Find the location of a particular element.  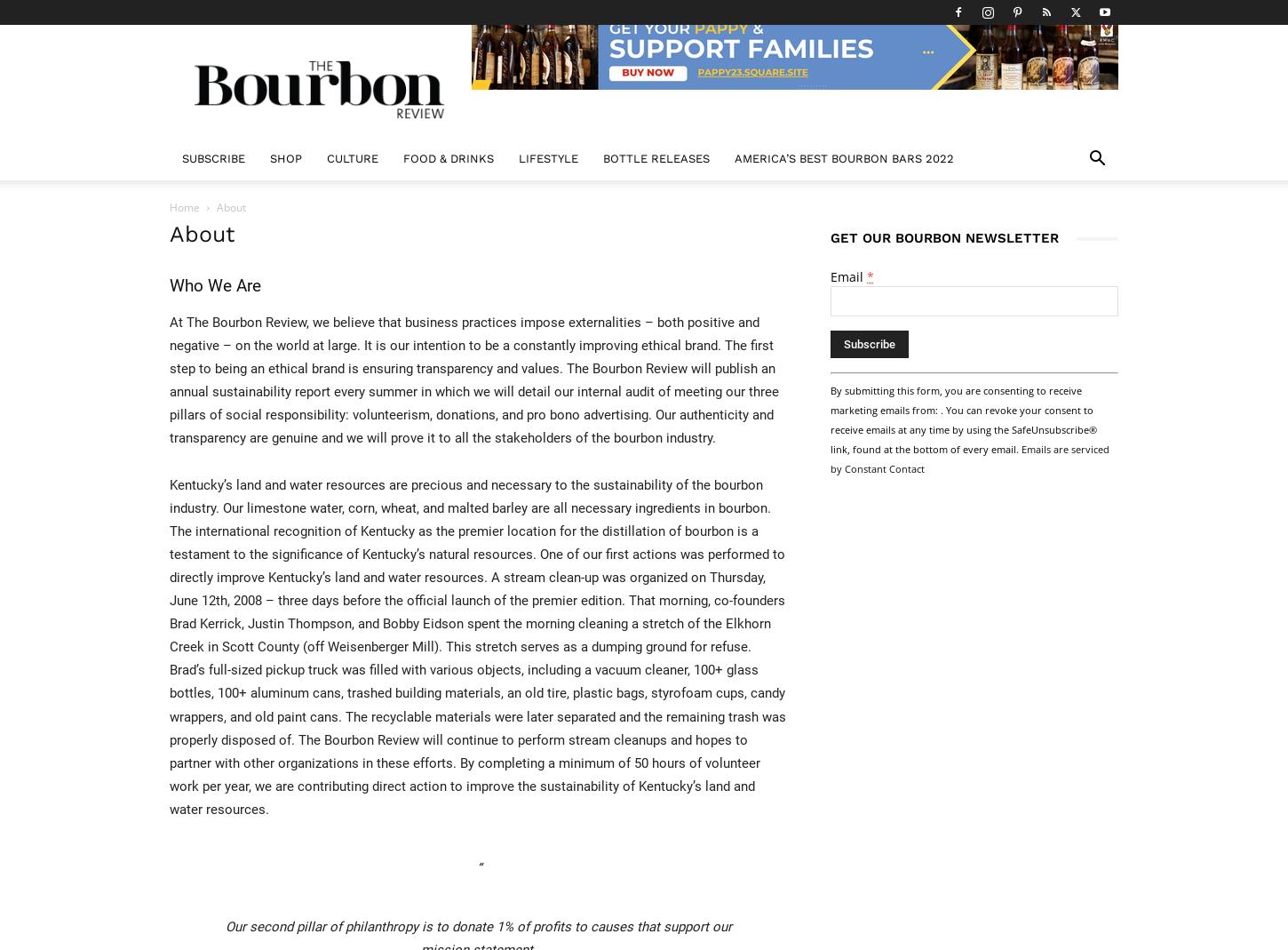

'Get Our Bourbon Newsletter' is located at coordinates (944, 236).